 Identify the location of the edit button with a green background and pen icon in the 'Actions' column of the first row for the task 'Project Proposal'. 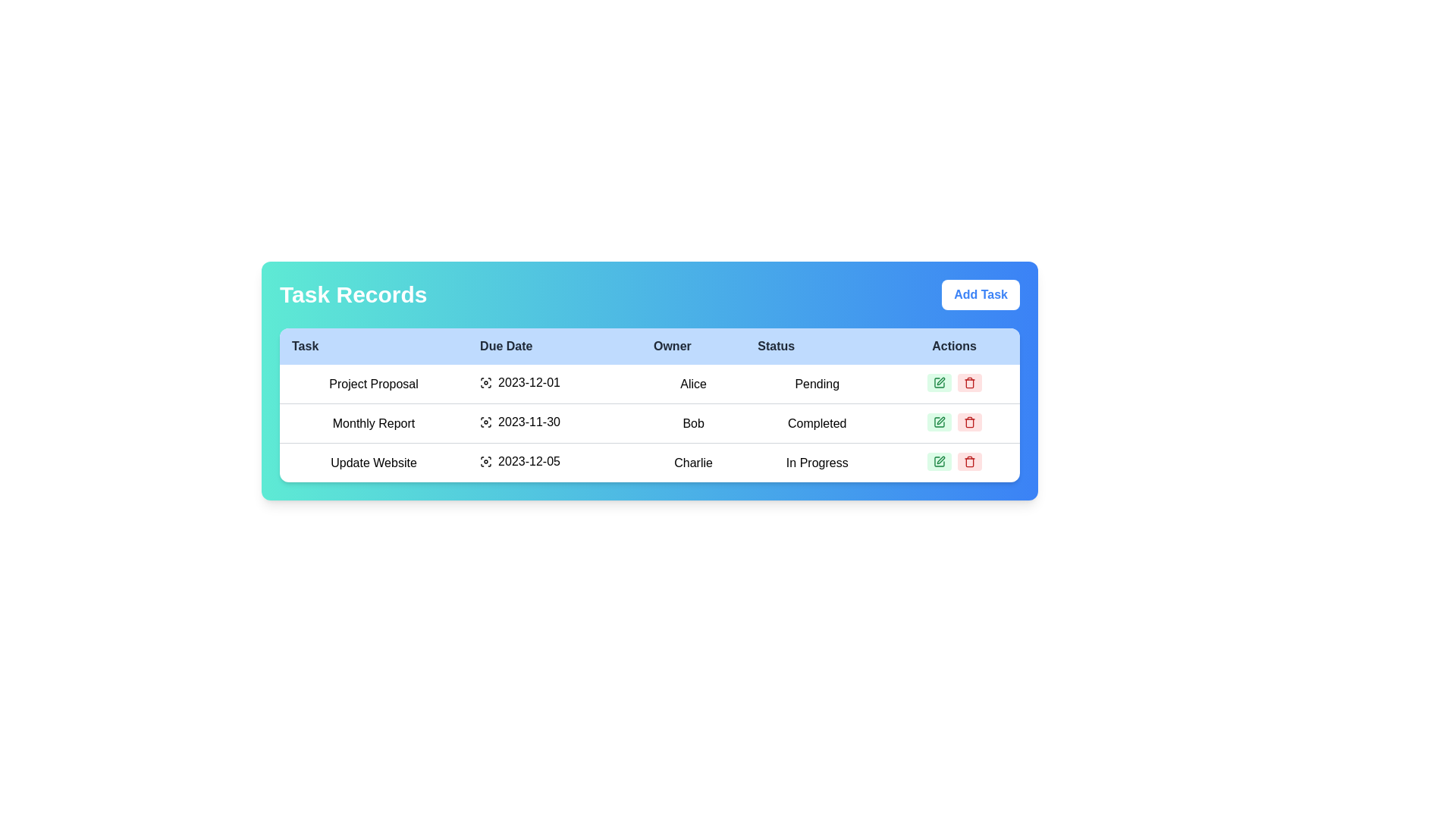
(938, 382).